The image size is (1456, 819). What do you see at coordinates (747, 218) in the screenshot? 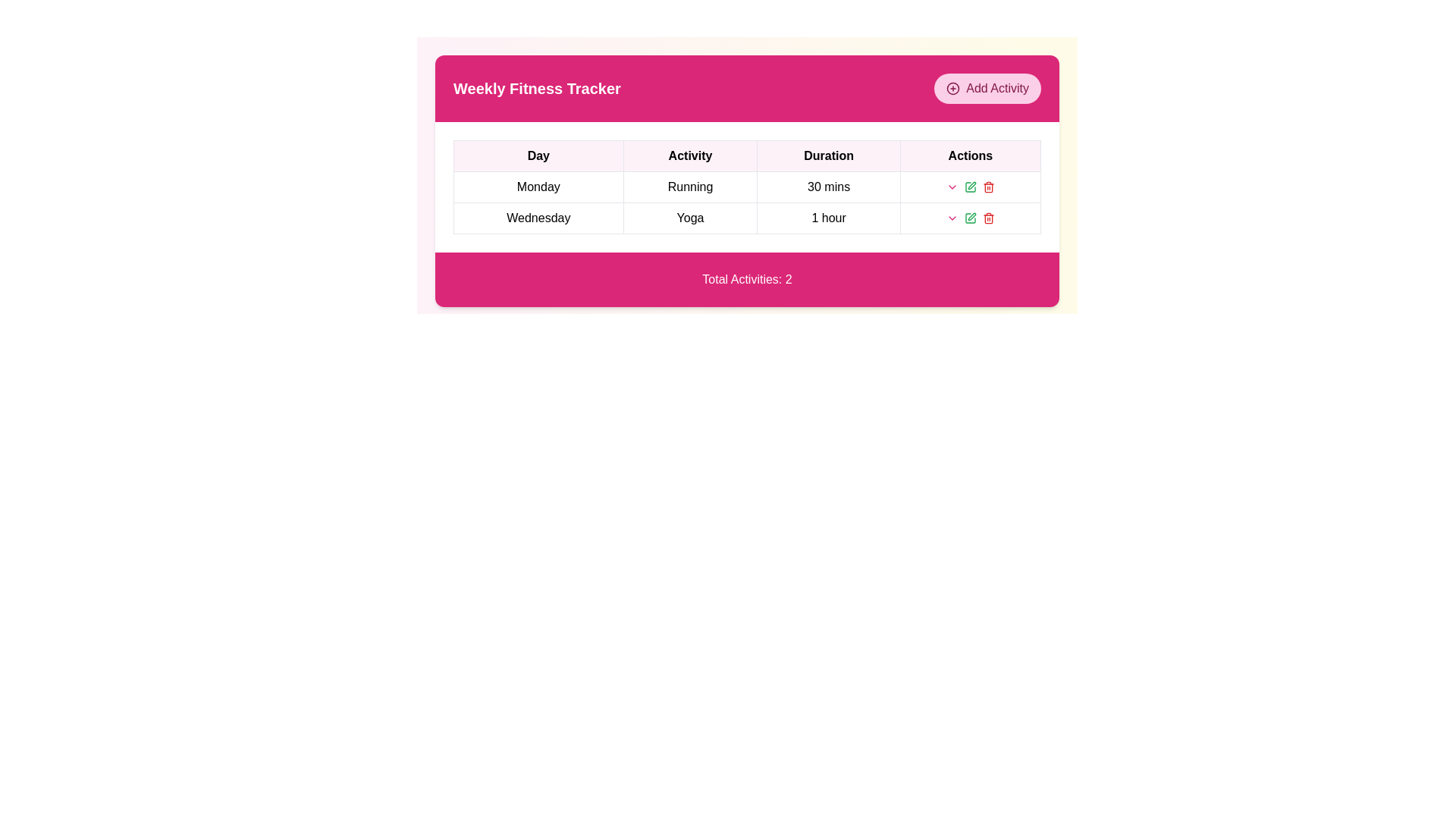
I see `the second row of the fitness tracker table, which contains details about a specific activity record, including the day, activity type, duration, and available actions` at bounding box center [747, 218].